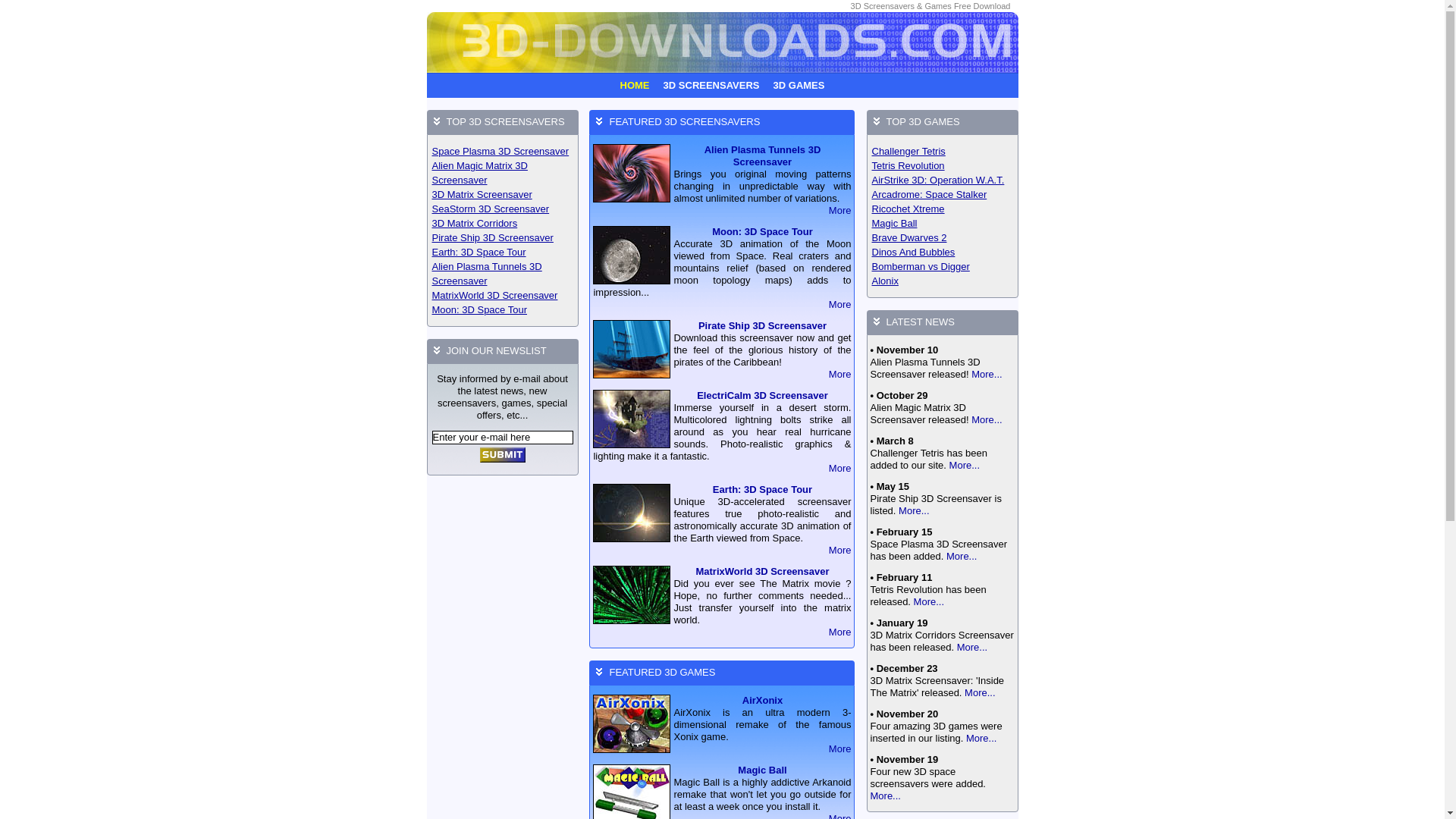 This screenshot has width=1456, height=819. What do you see at coordinates (503, 309) in the screenshot?
I see `'Moon: 3D Space Tour'` at bounding box center [503, 309].